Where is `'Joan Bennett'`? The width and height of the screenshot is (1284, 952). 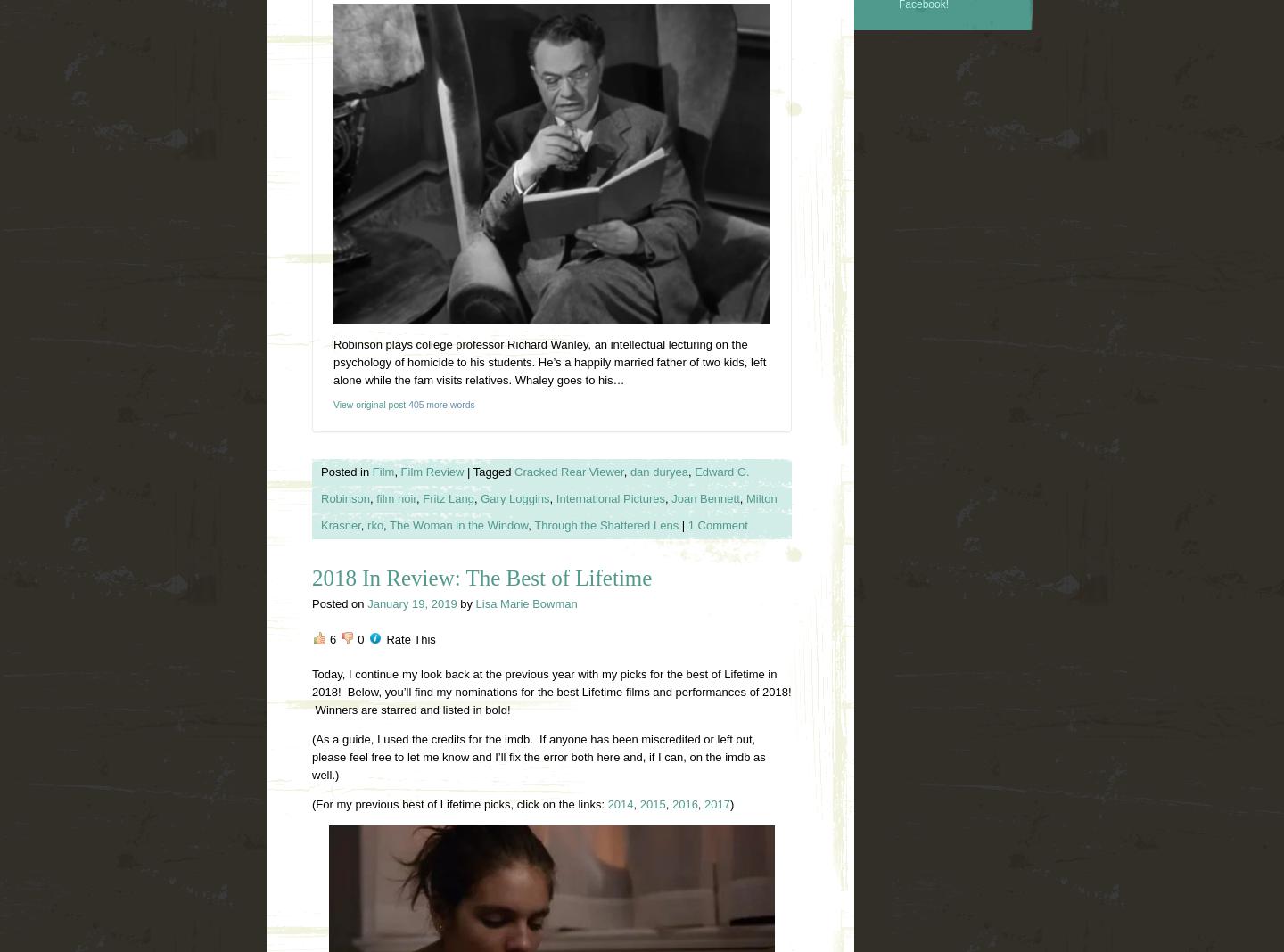 'Joan Bennett' is located at coordinates (704, 497).